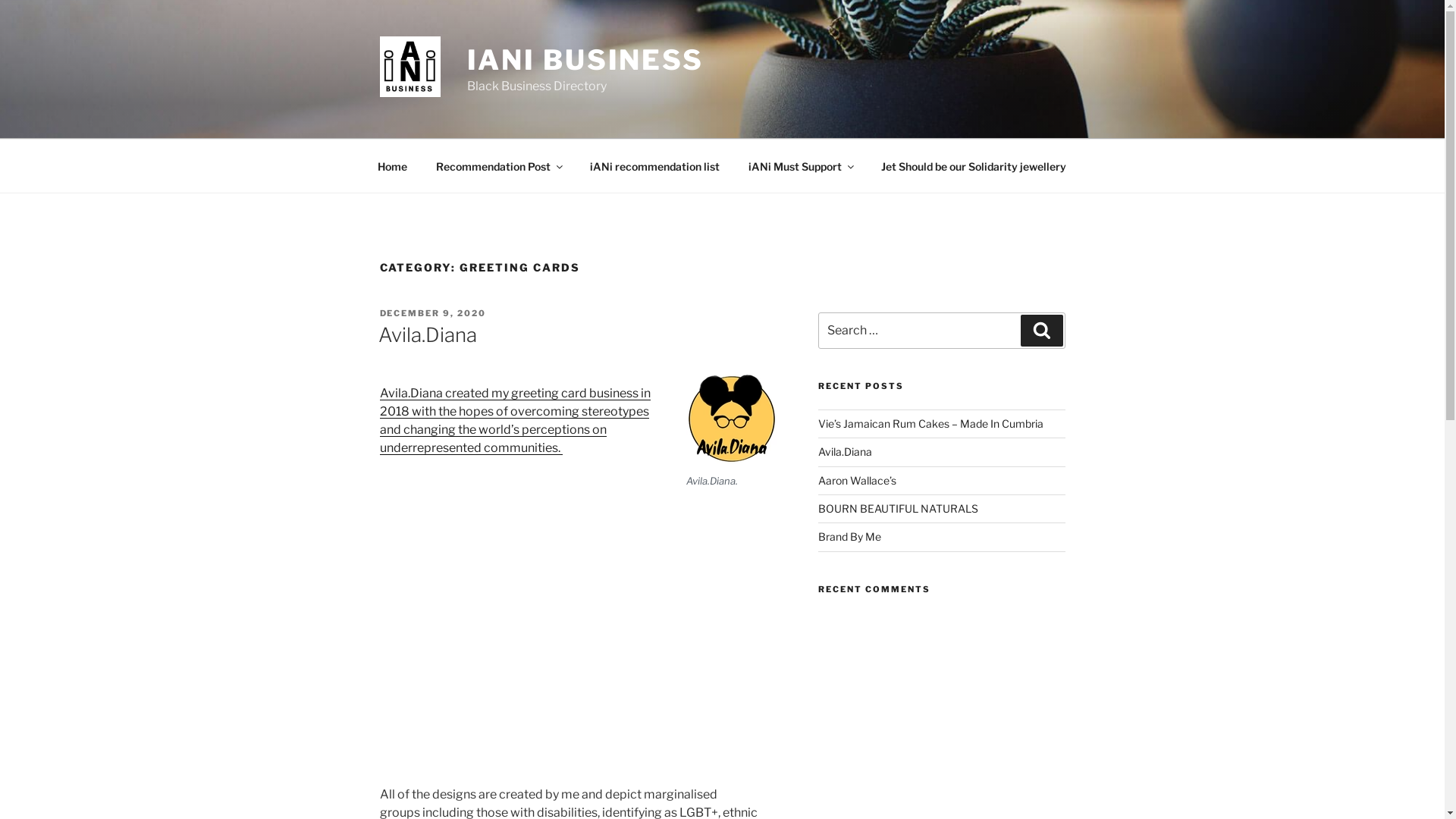 The height and width of the screenshot is (819, 1456). What do you see at coordinates (498, 165) in the screenshot?
I see `'Recommendation Post'` at bounding box center [498, 165].